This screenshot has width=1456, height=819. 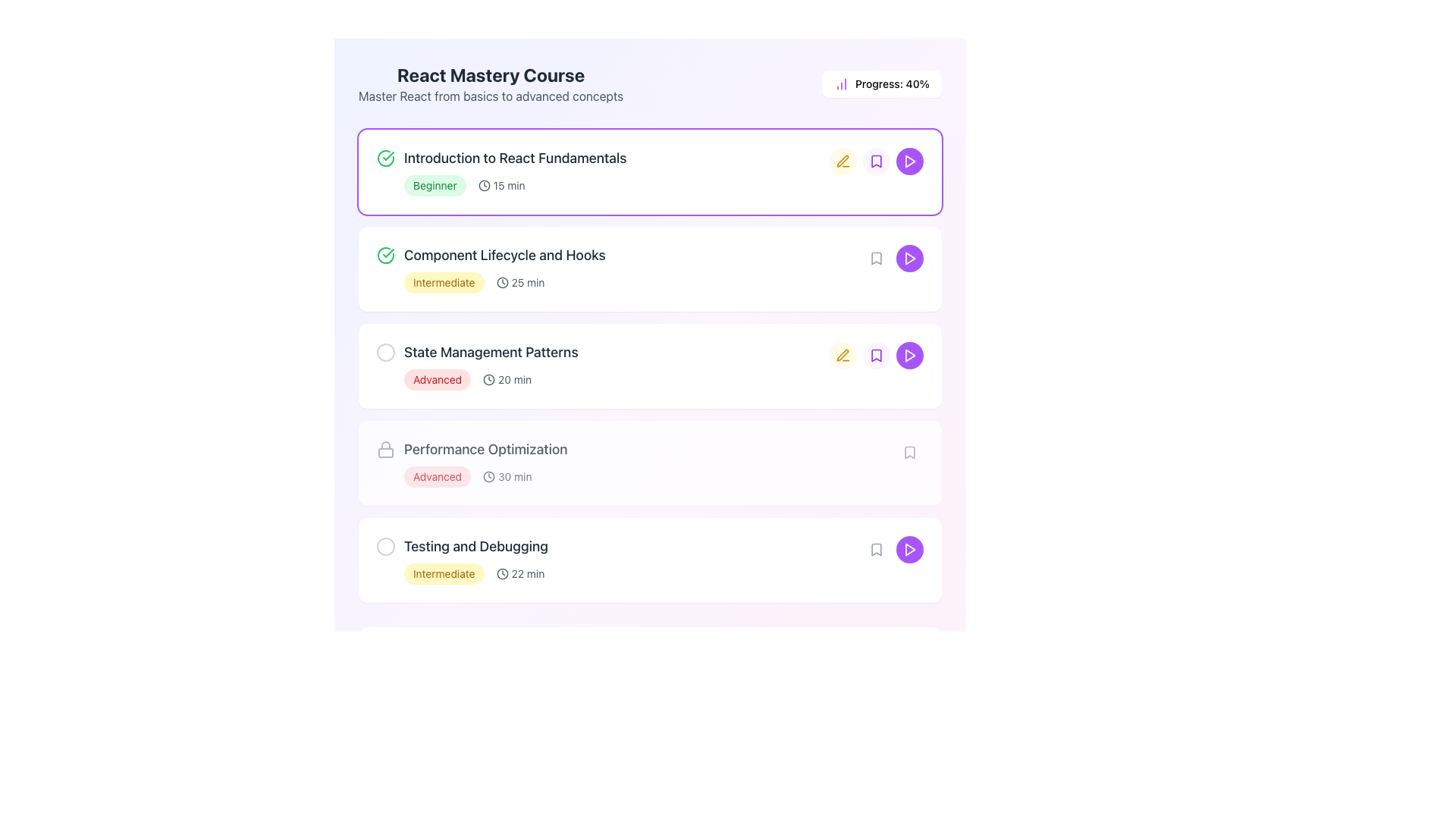 I want to click on the clock icon located to the left of the '25 min' text within the 'Component Lifecycle and Hooks' course list, so click(x=502, y=283).